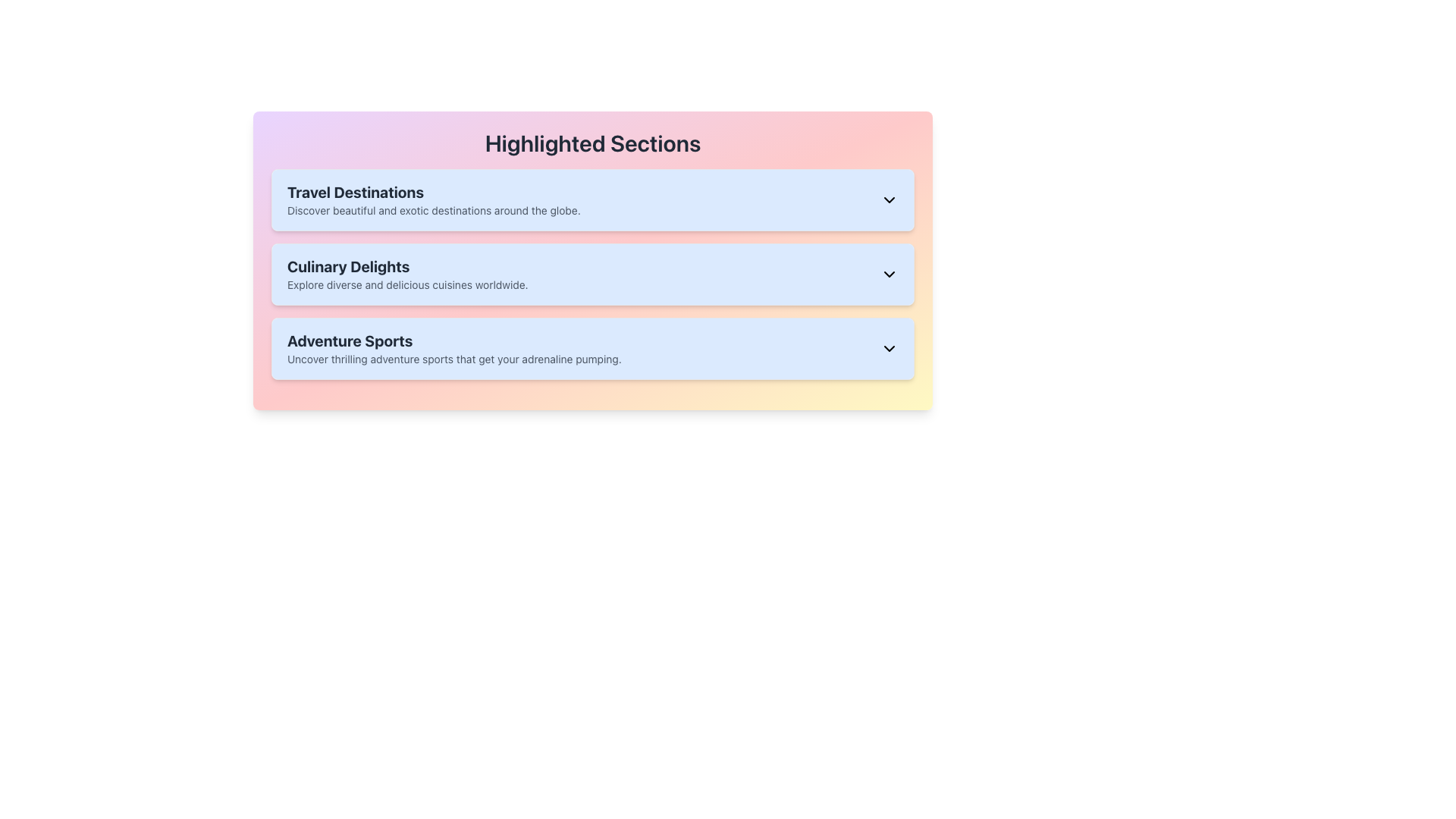 The width and height of the screenshot is (1456, 819). Describe the element at coordinates (592, 275) in the screenshot. I see `the second section under 'Highlighted Sections'` at that location.